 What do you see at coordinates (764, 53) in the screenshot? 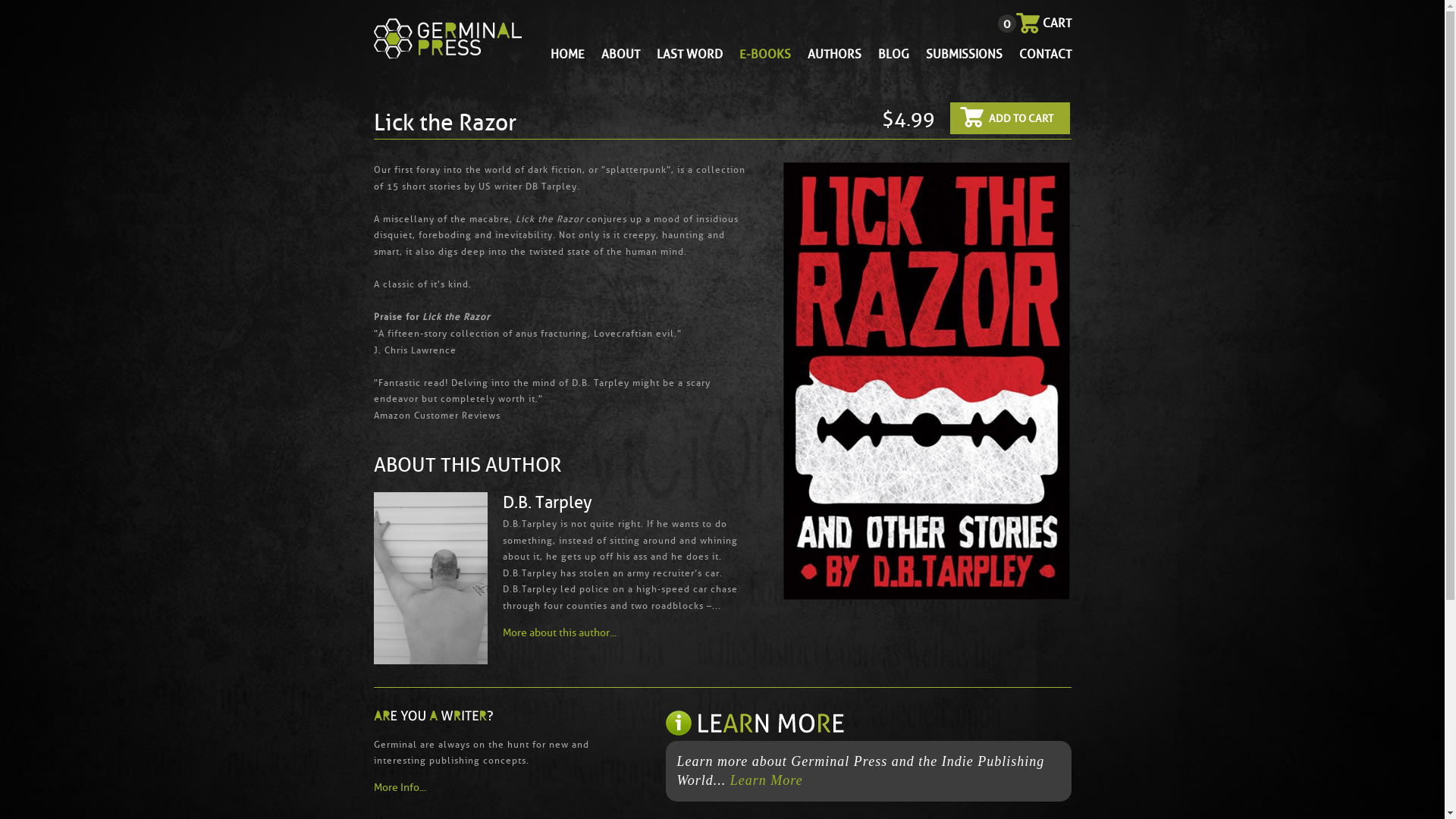
I see `'E-BOOKS'` at bounding box center [764, 53].